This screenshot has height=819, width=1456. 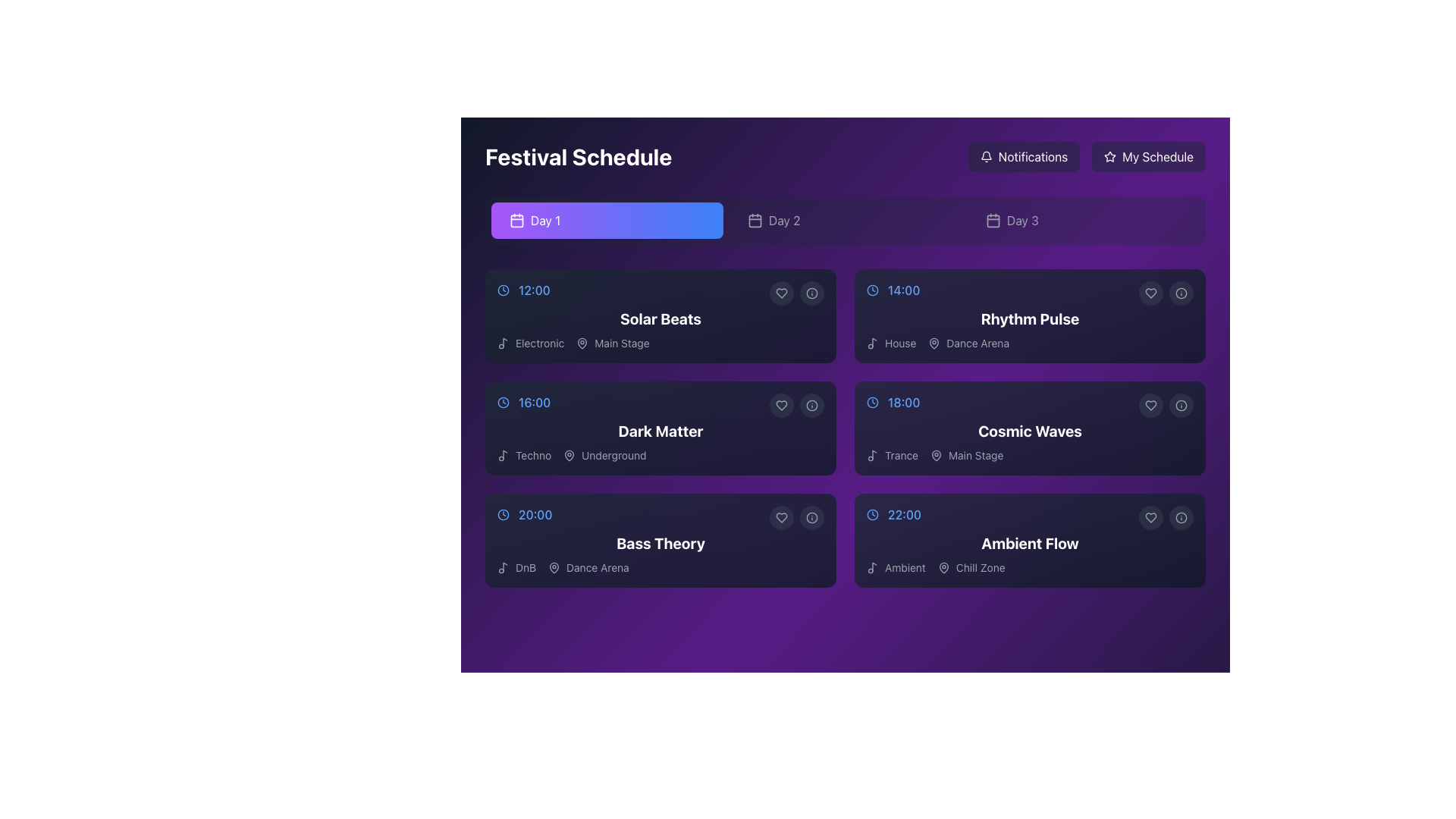 I want to click on the heart icon located inside the circular button in the bottom-left corner of the 'Bass Theory' schedule card, so click(x=782, y=516).